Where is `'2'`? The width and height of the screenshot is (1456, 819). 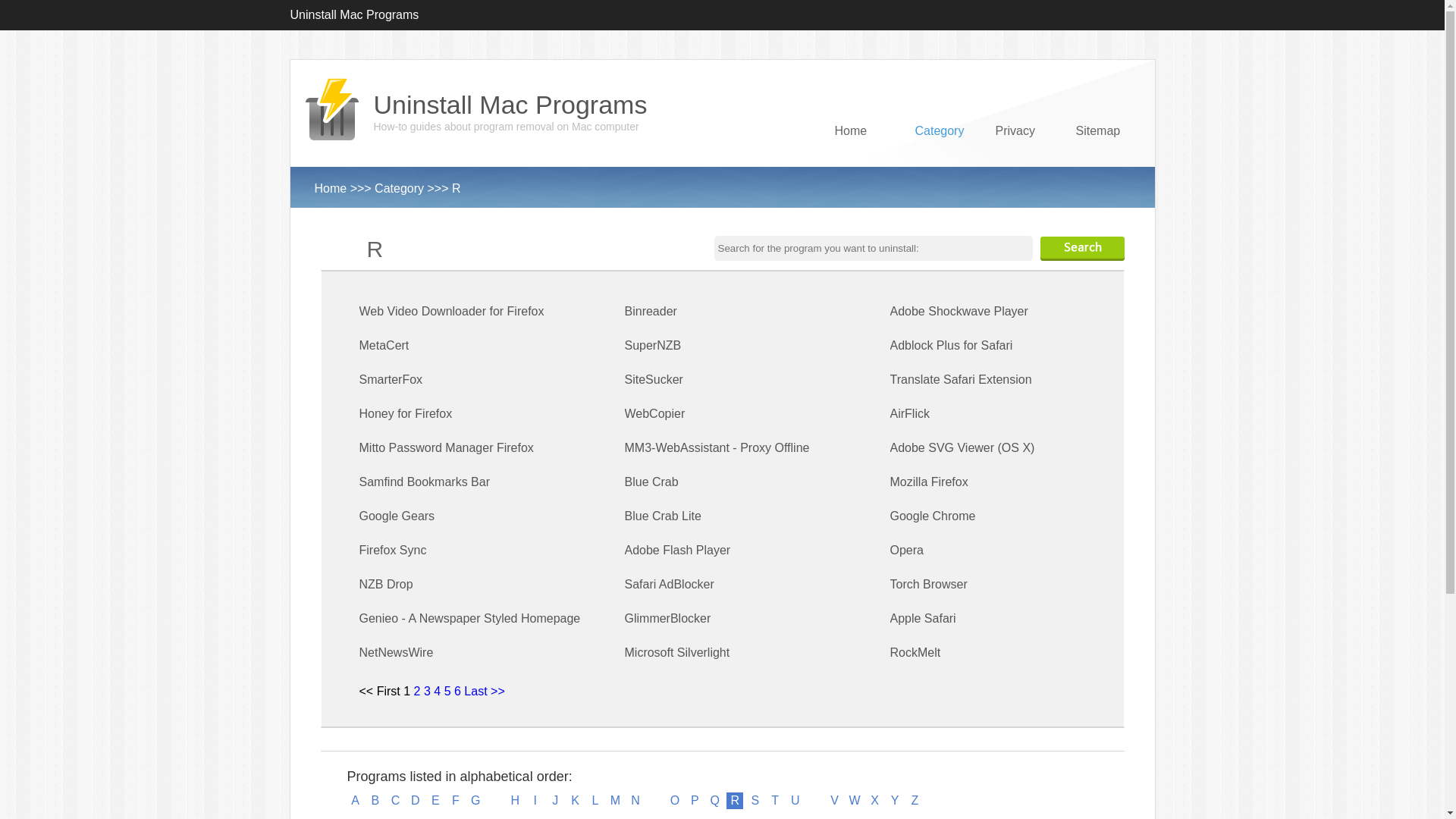 '2' is located at coordinates (417, 691).